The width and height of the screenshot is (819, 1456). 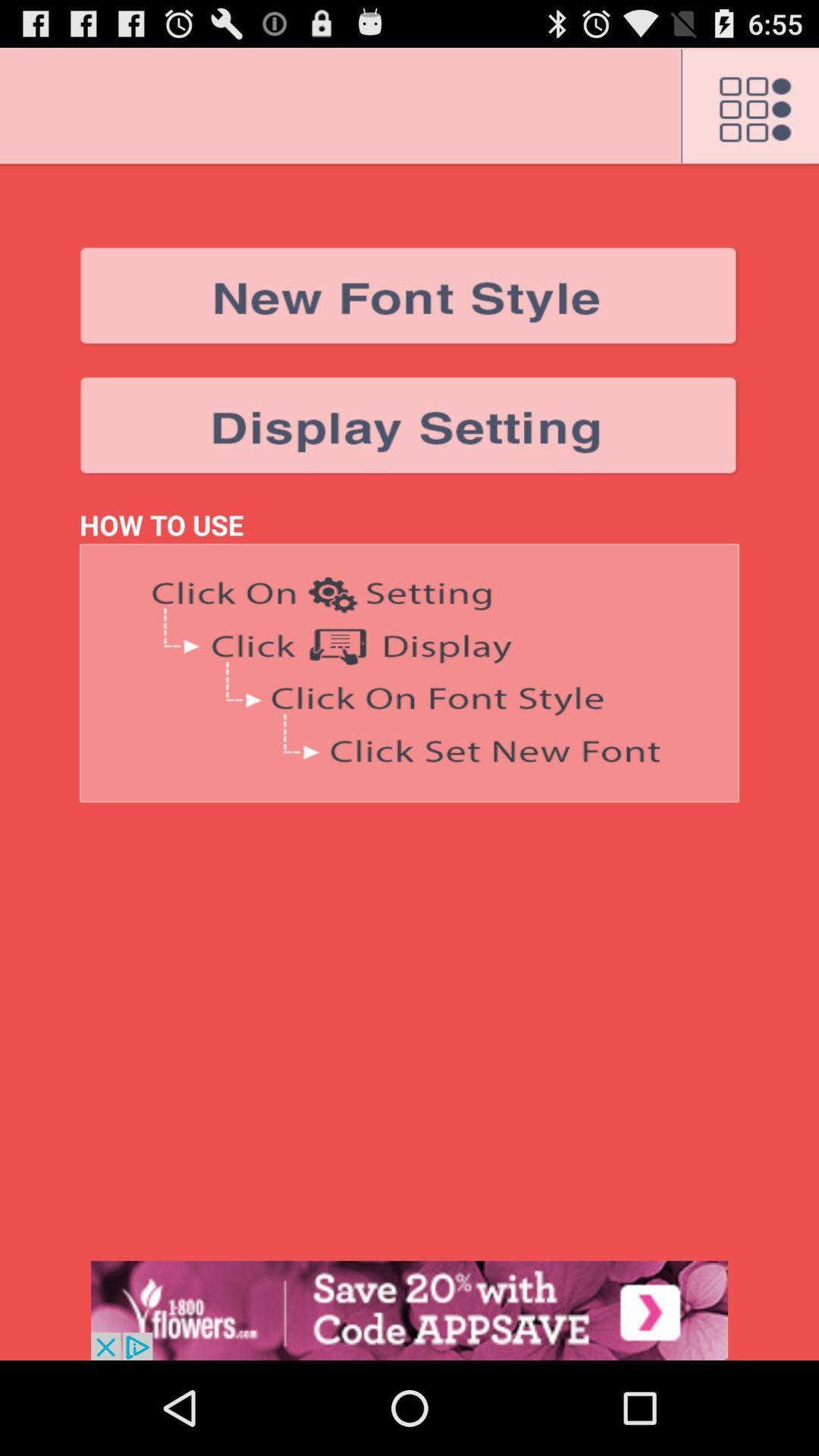 What do you see at coordinates (409, 1310) in the screenshot?
I see `advertisement` at bounding box center [409, 1310].